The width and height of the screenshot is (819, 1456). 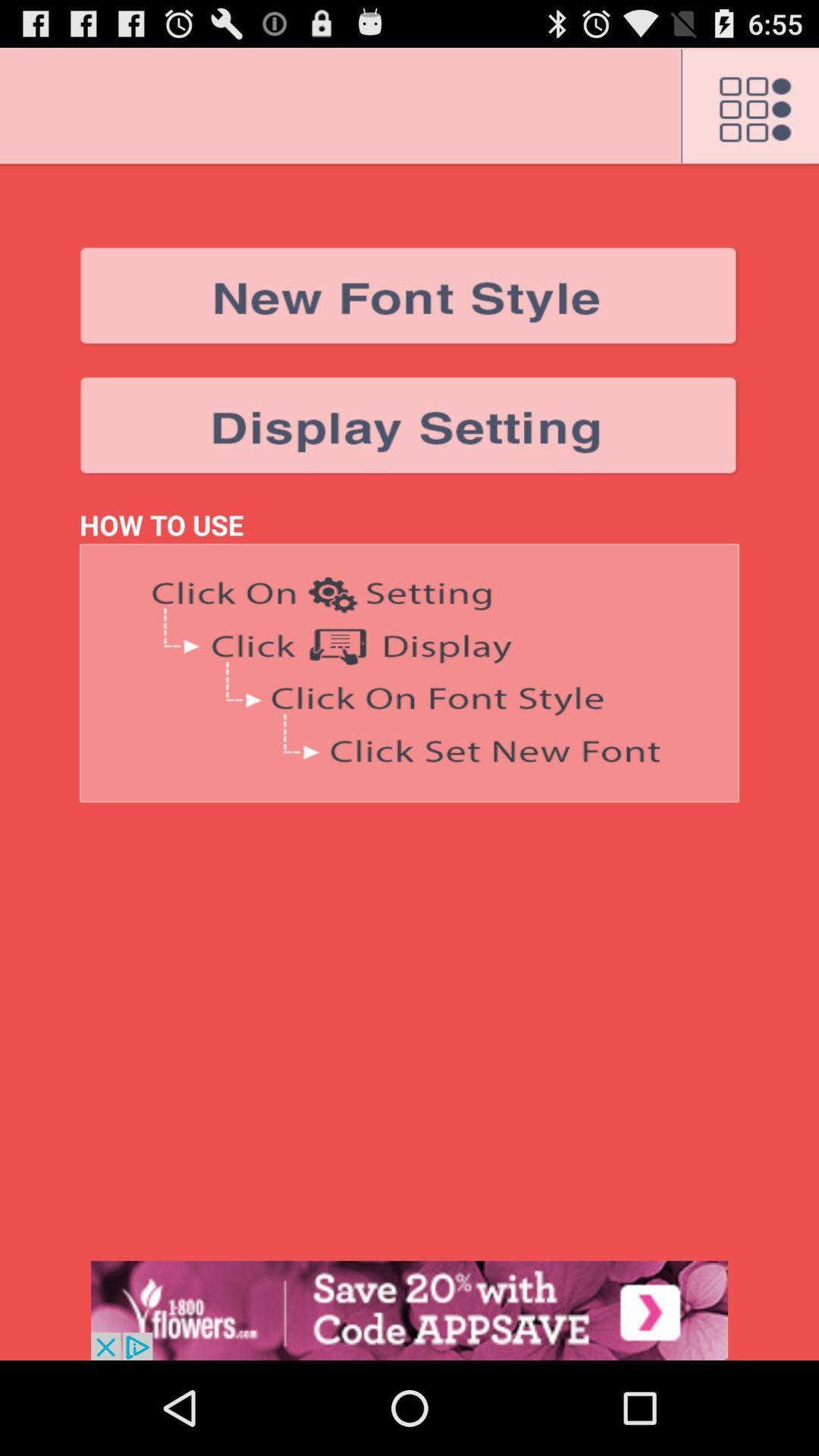 What do you see at coordinates (409, 1310) in the screenshot?
I see `advertisement` at bounding box center [409, 1310].